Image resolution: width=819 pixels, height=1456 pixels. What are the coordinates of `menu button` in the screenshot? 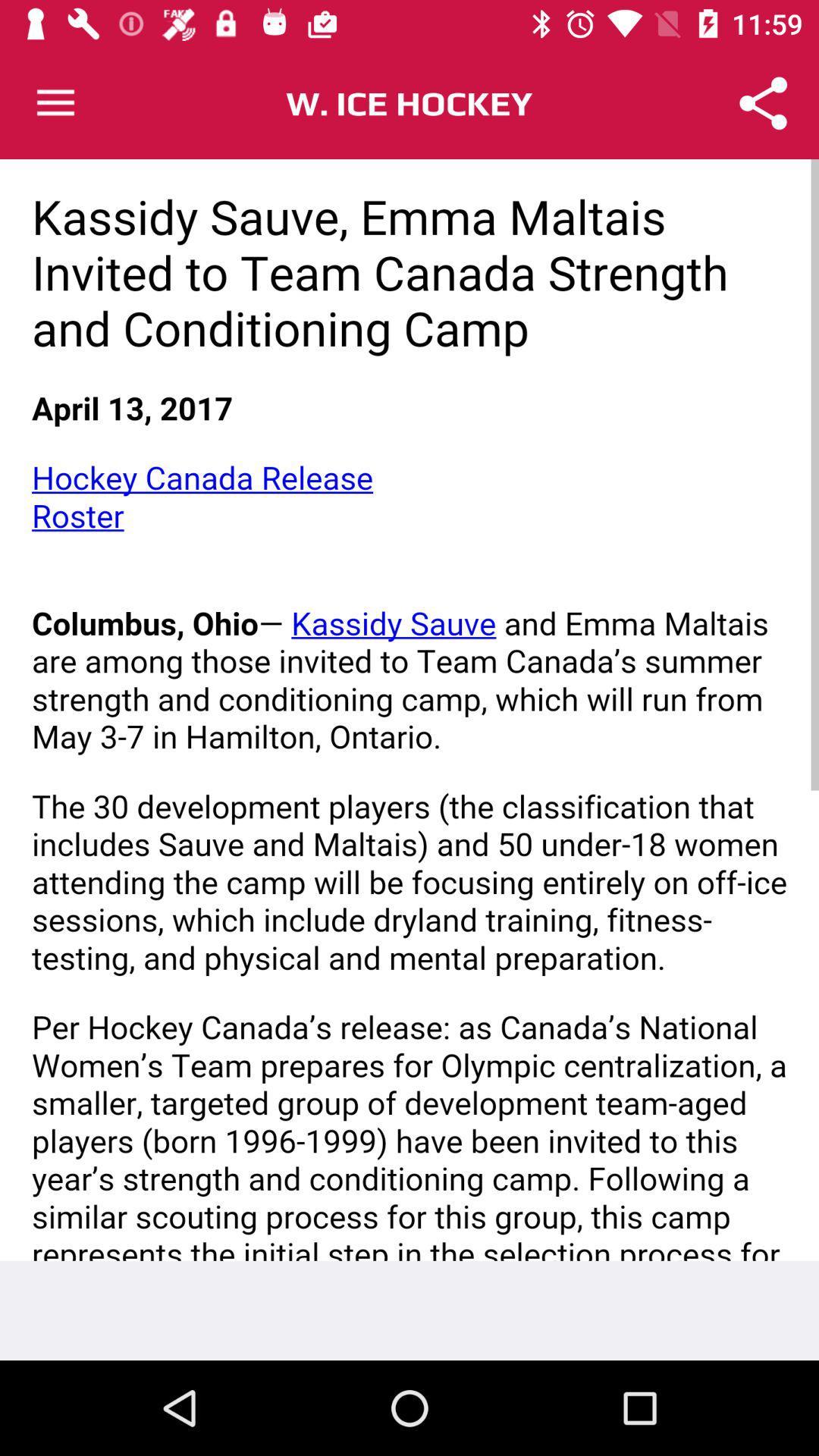 It's located at (55, 102).